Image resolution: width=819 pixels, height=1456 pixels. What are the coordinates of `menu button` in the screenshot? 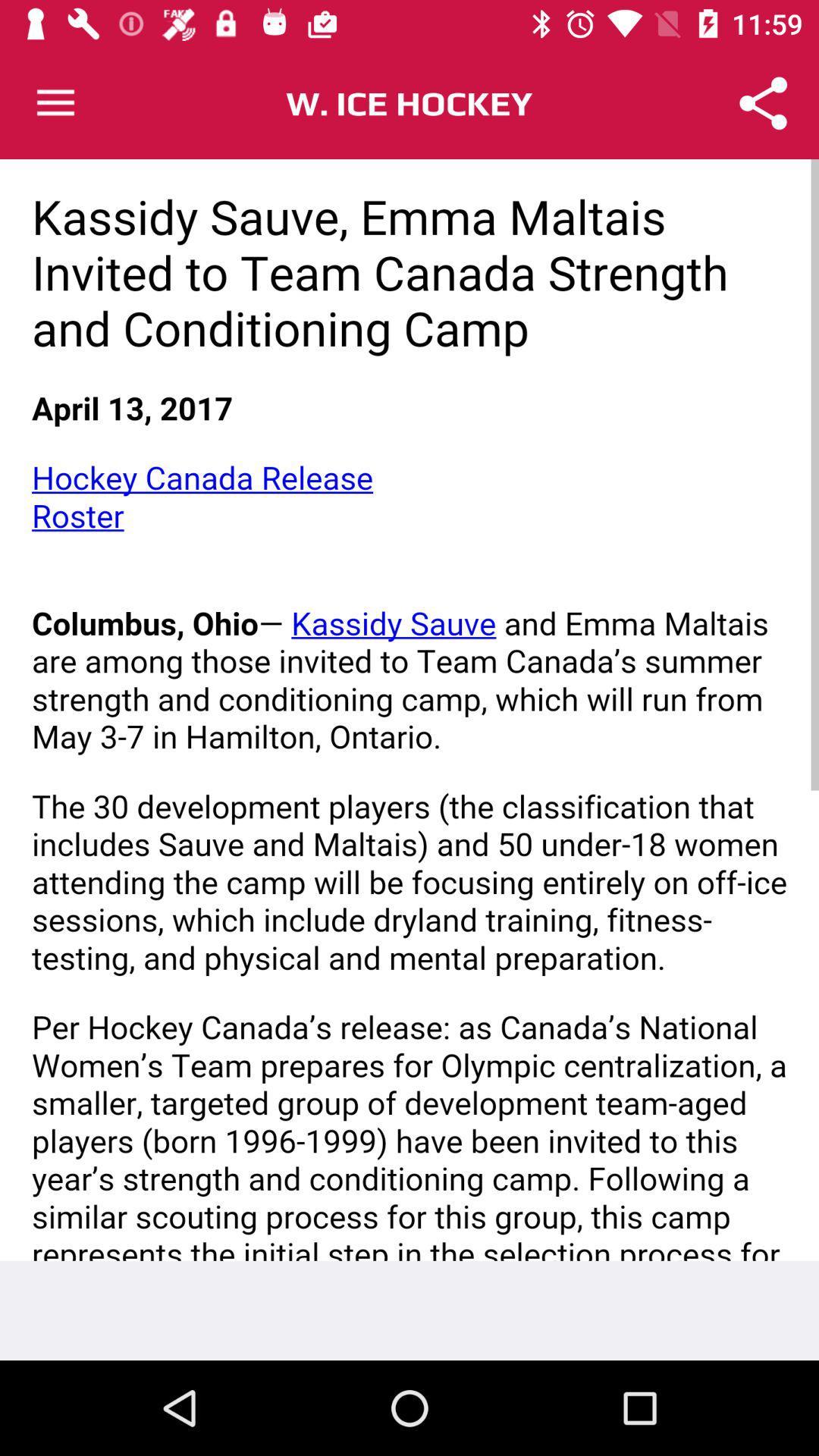 It's located at (55, 102).